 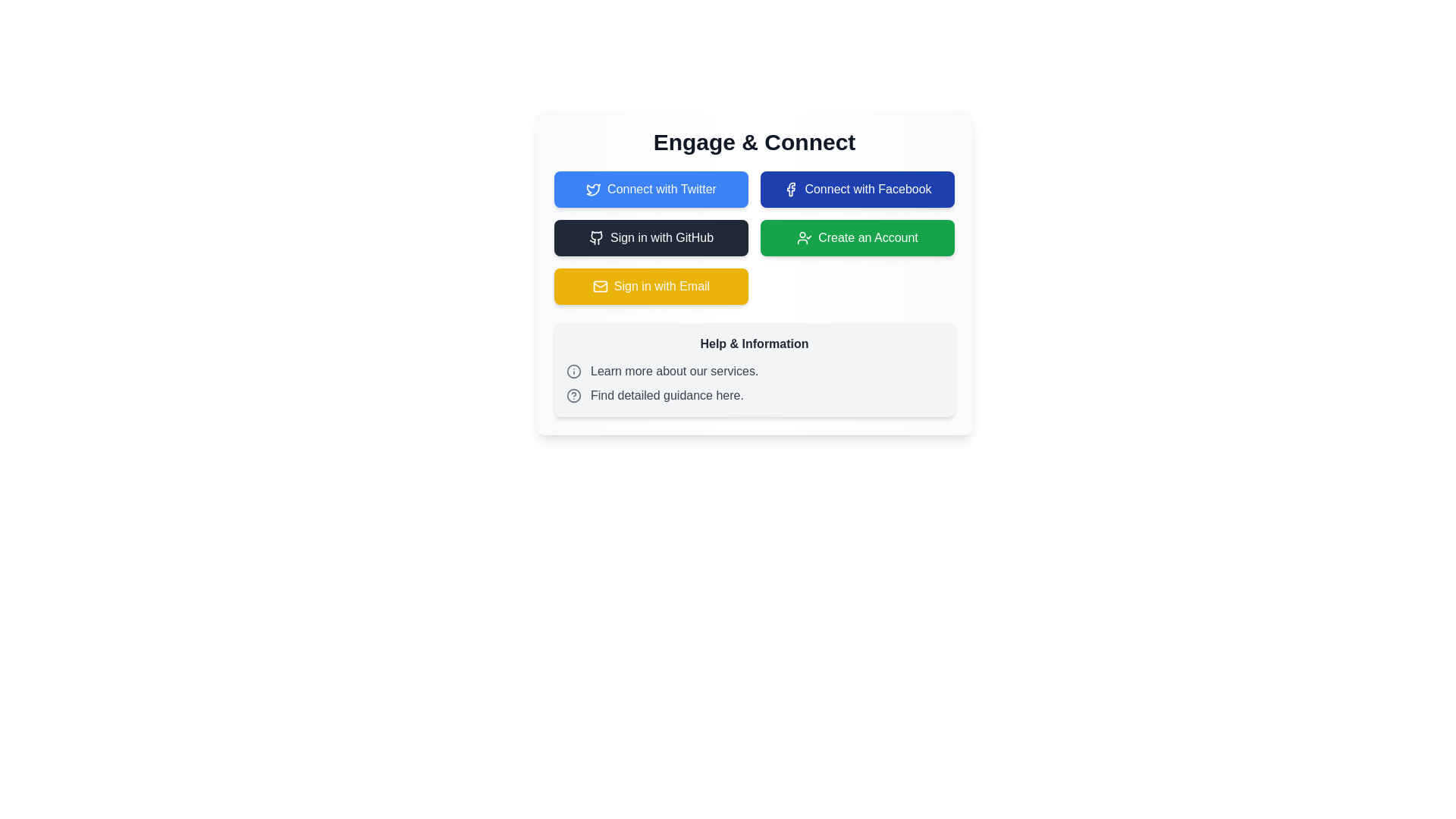 I want to click on the 'Sign in with GitHub' button, which is a rectangular button with a dark gray background, a white GitHub logo icon on the left, and white text centered on the button, located under the heading 'Engage & Connect', so click(x=651, y=237).